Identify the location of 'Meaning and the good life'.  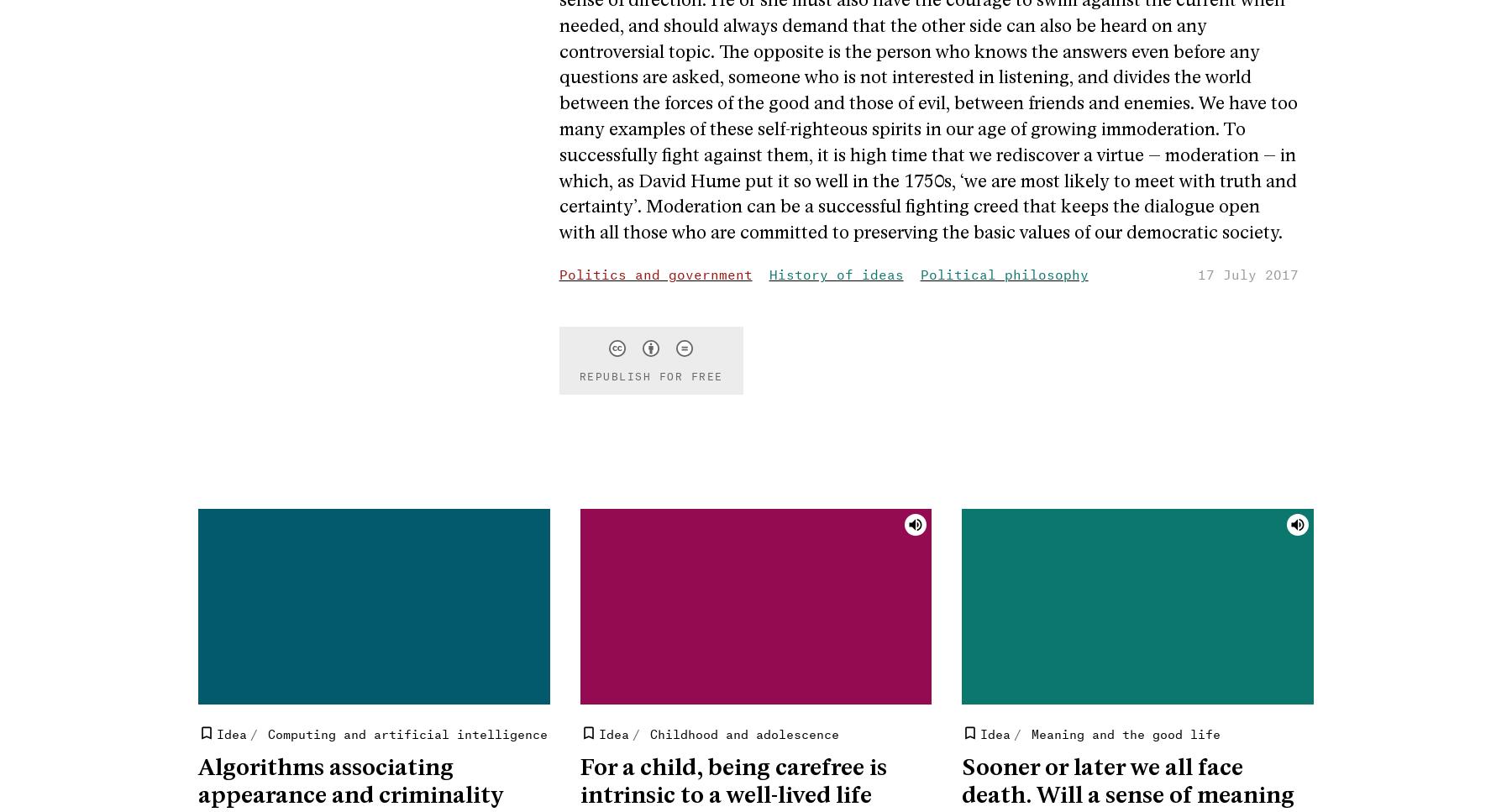
(1030, 731).